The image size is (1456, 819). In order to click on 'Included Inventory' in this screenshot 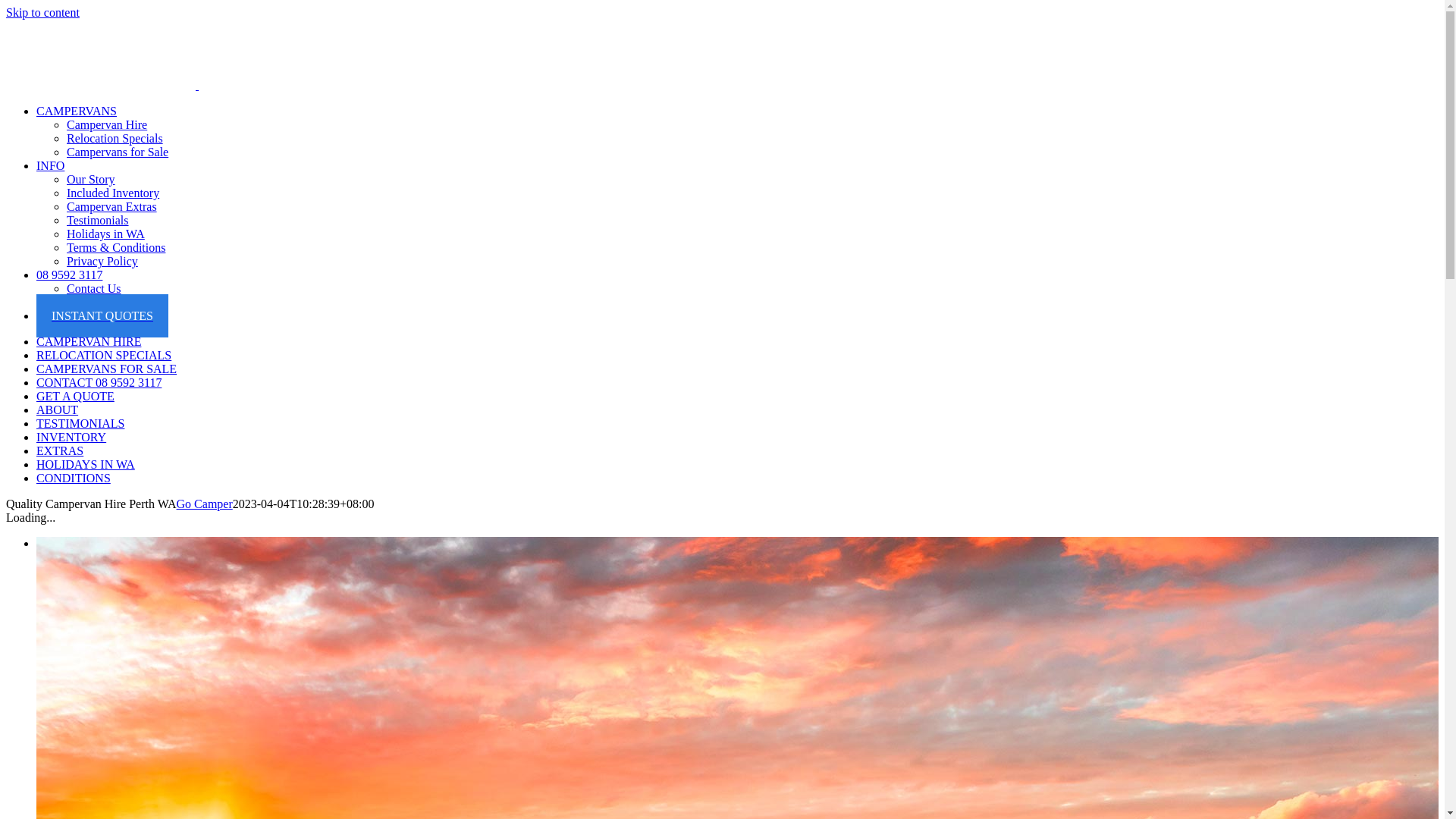, I will do `click(65, 192)`.